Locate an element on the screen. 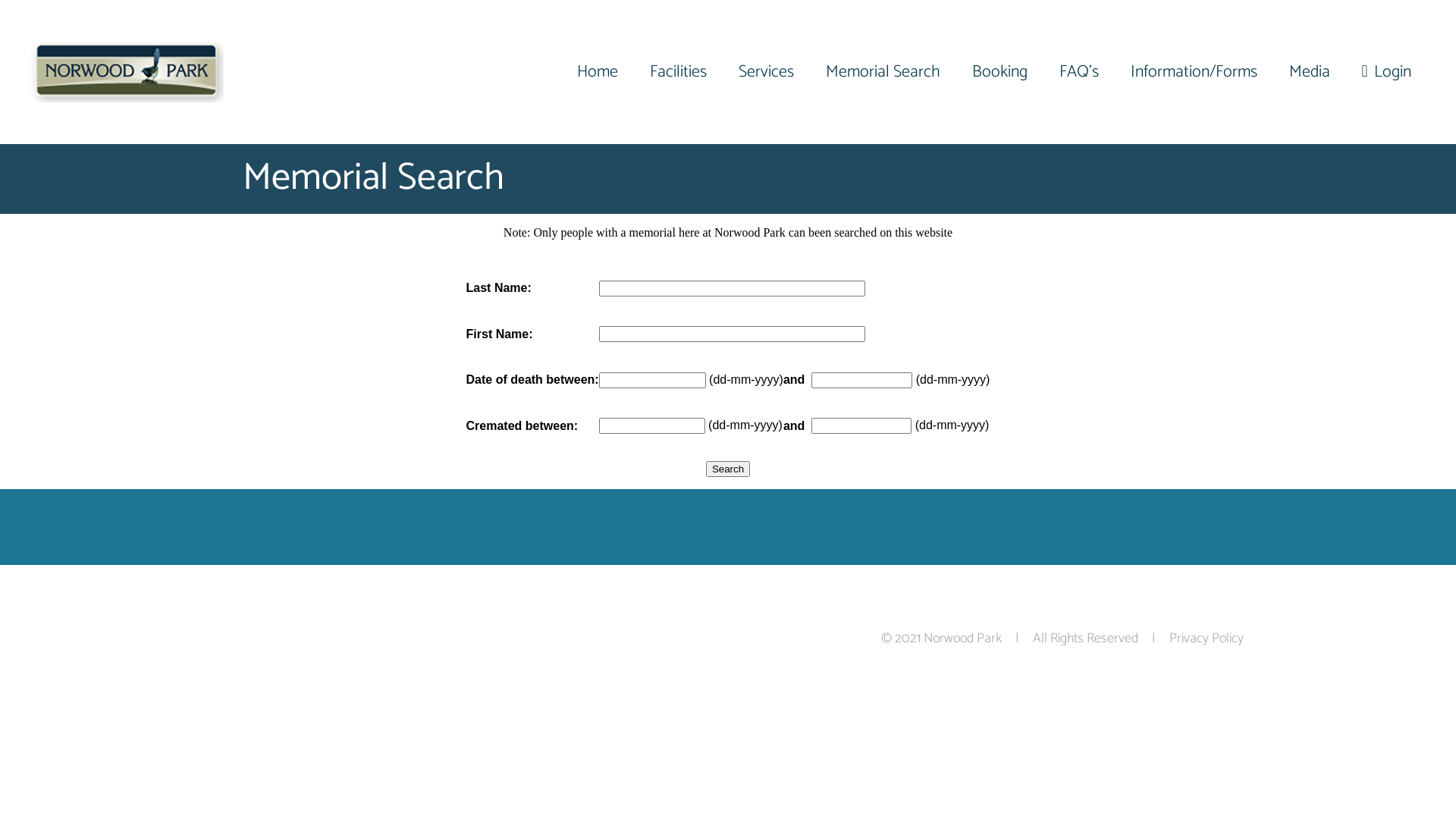 The height and width of the screenshot is (819, 1456). 'Login' is located at coordinates (1351, 72).